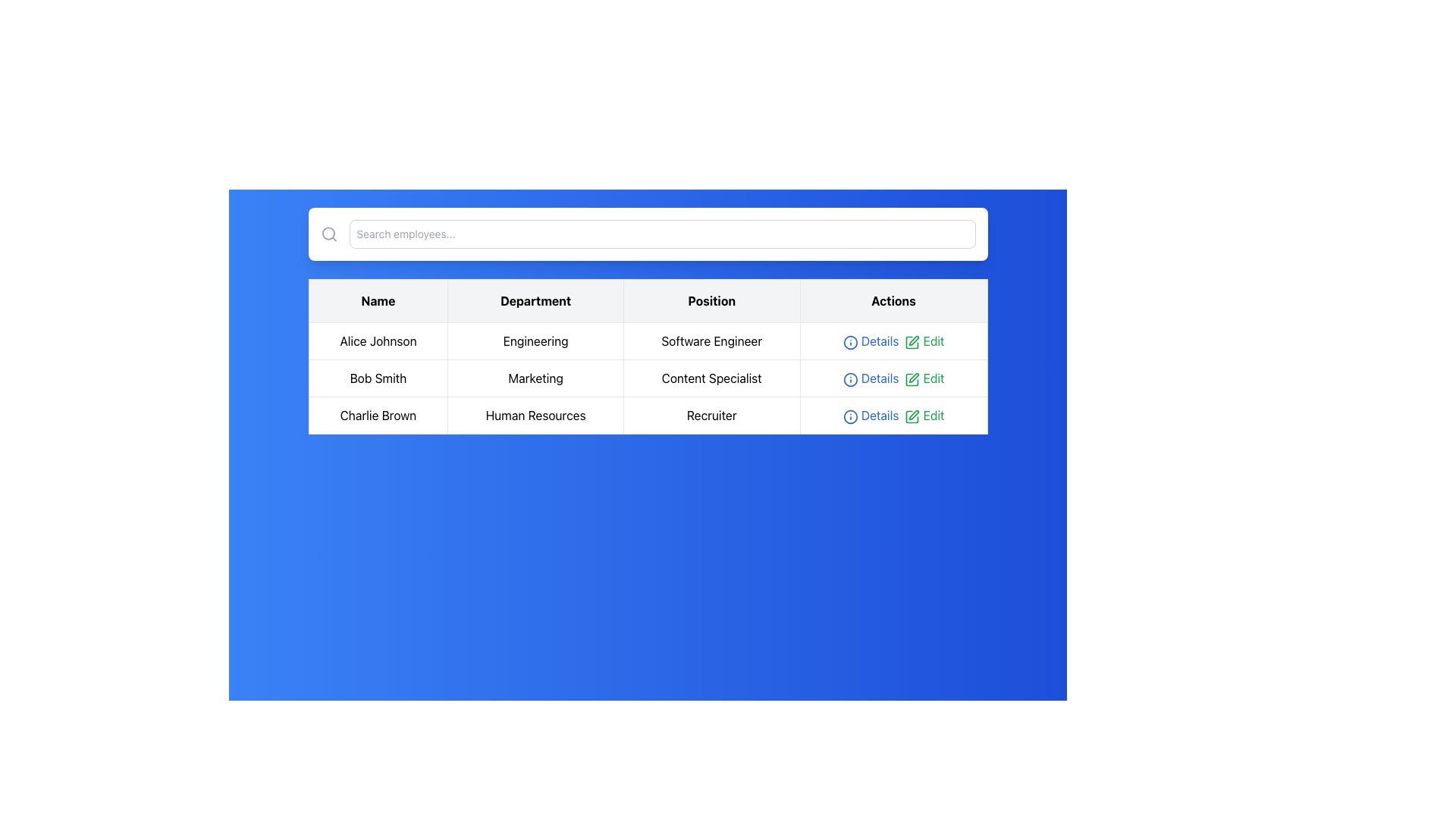 Image resolution: width=1456 pixels, height=819 pixels. I want to click on the Text Display element that indicates the name of an individual in the first row of the employee details table, so click(378, 341).